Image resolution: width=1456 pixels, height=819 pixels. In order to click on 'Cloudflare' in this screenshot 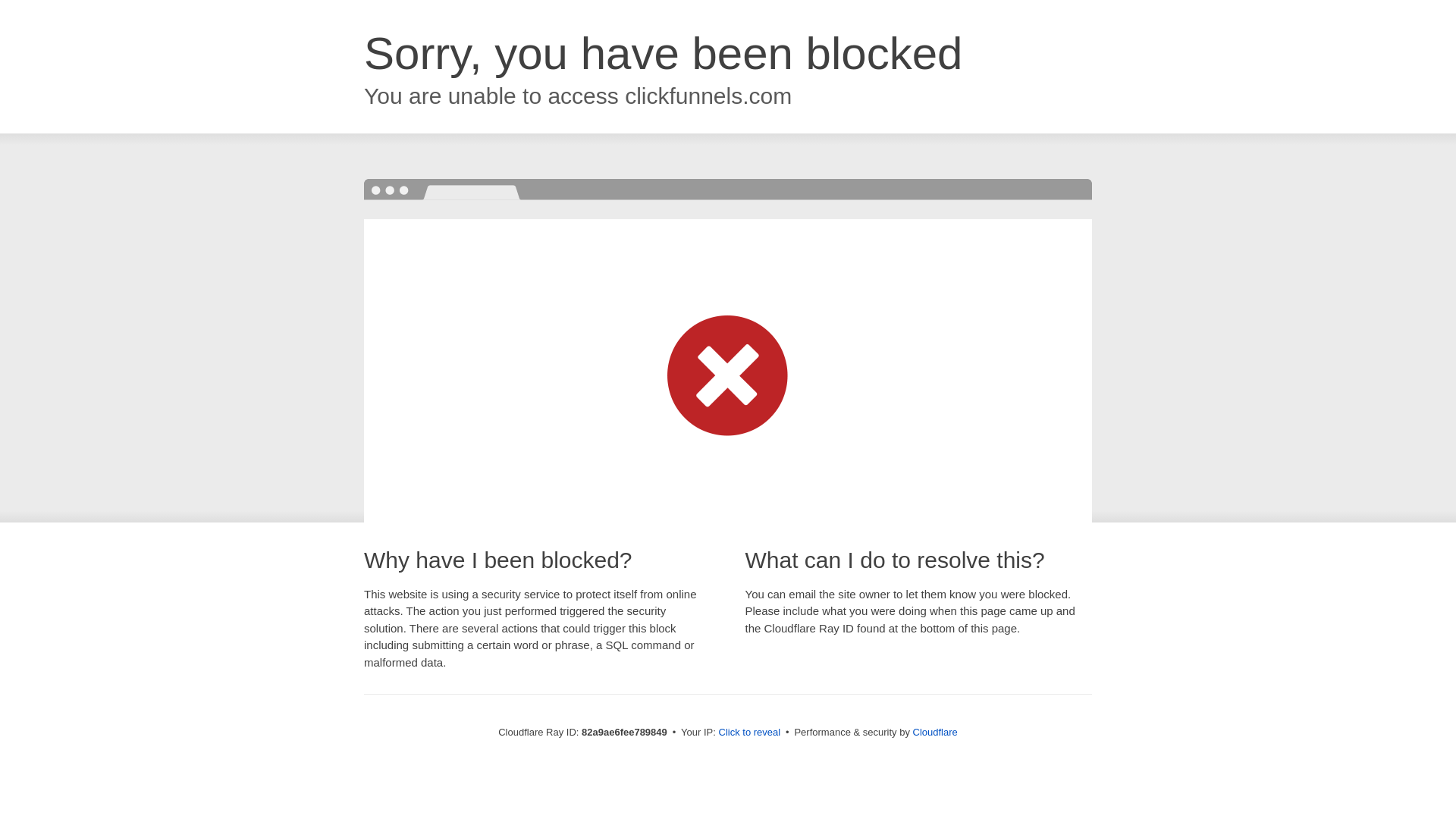, I will do `click(934, 731)`.